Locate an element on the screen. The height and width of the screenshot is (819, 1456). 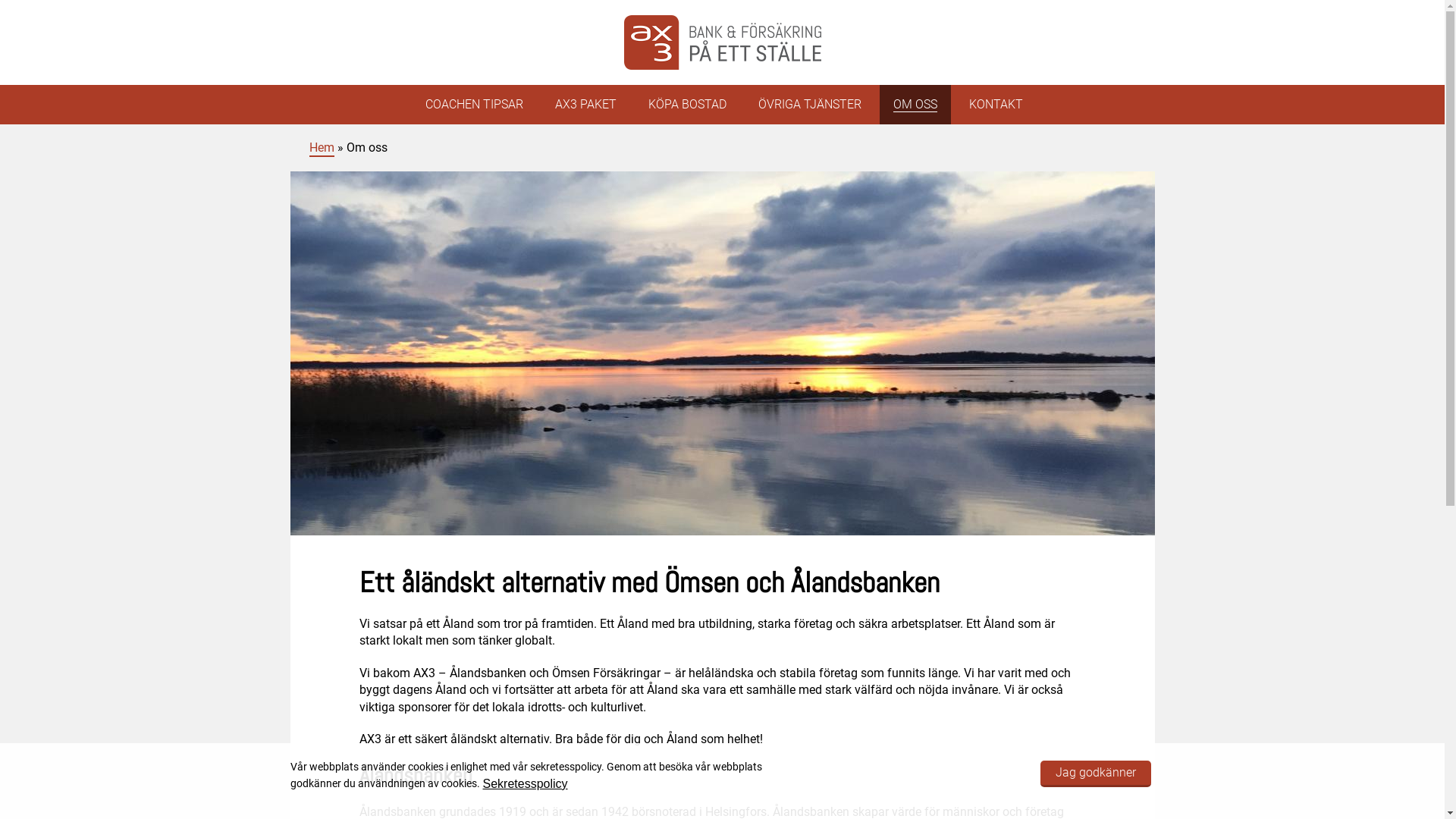
'OM OSS' is located at coordinates (914, 104).